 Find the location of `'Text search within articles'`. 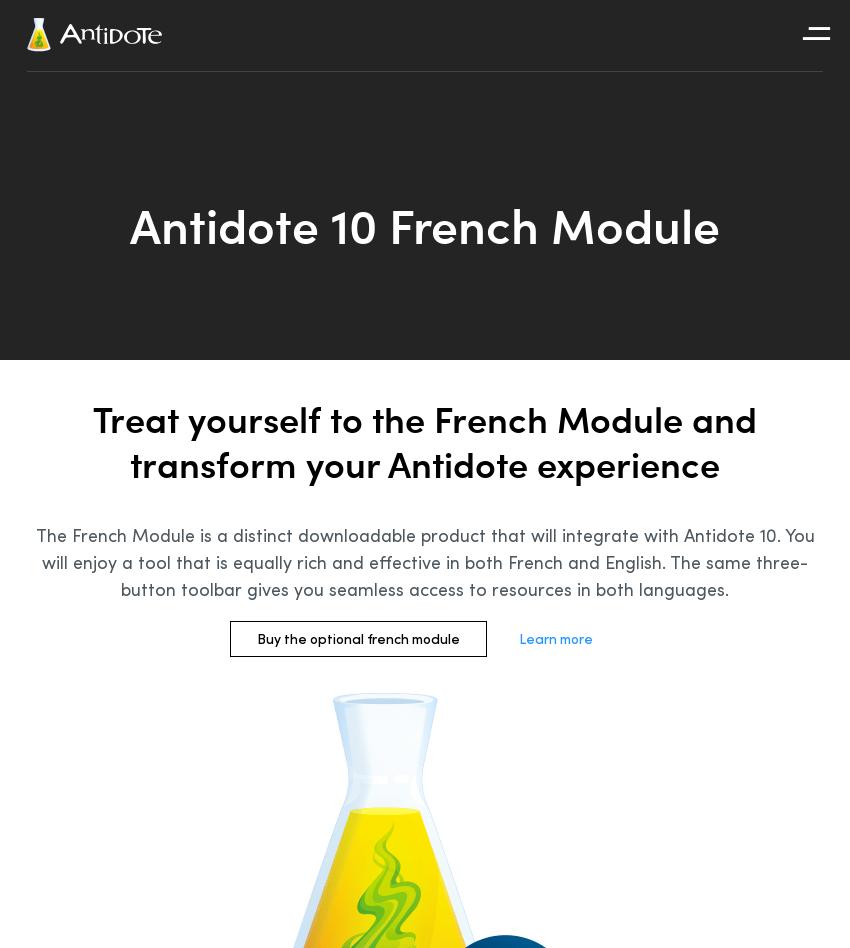

'Text search within articles' is located at coordinates (742, 194).